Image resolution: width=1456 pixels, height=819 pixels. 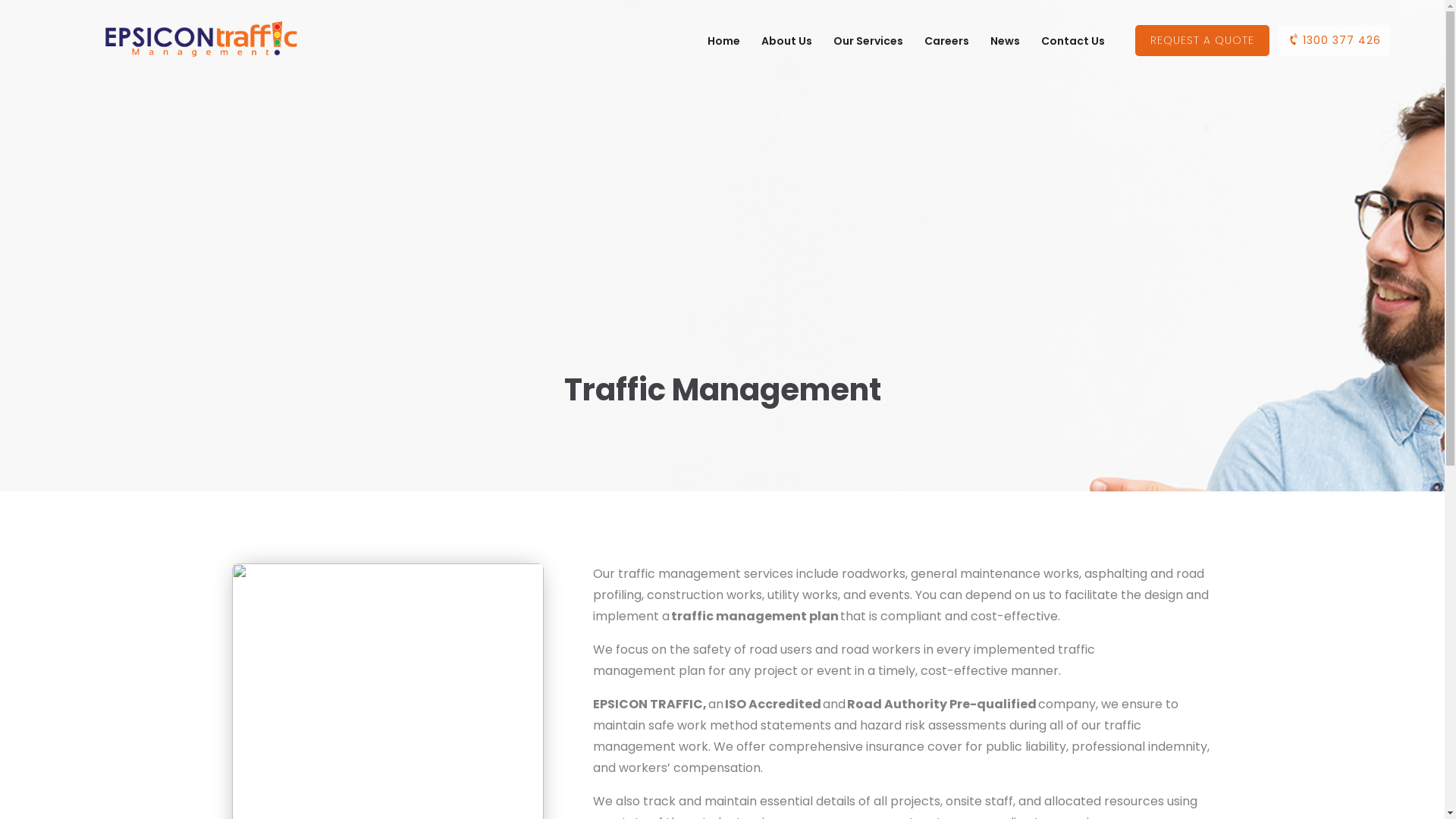 I want to click on 'REQUEST A QUOTE', so click(x=1201, y=39).